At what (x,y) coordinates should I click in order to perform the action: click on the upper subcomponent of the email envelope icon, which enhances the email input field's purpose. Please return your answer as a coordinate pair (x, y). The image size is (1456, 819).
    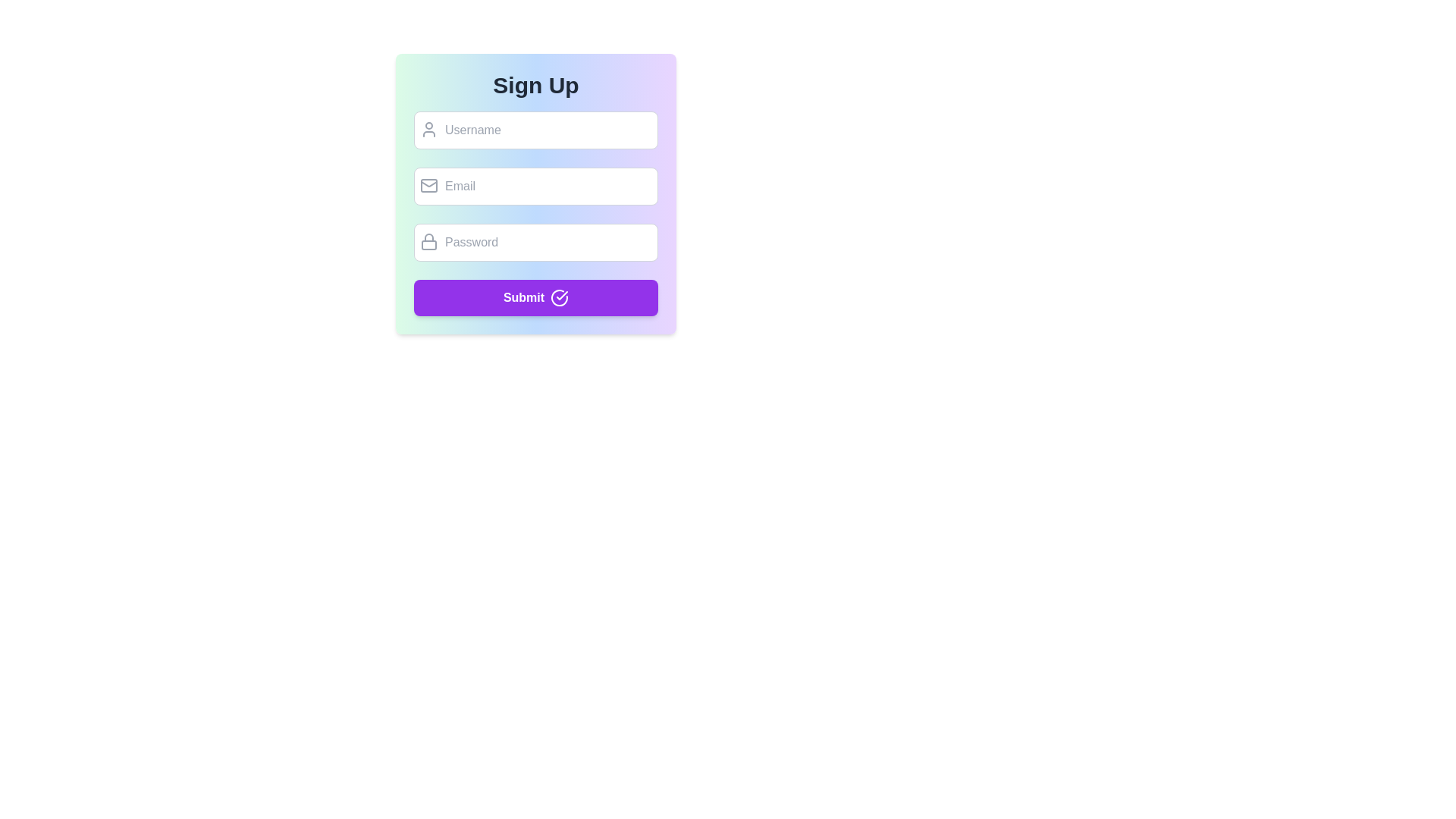
    Looking at the image, I should click on (428, 185).